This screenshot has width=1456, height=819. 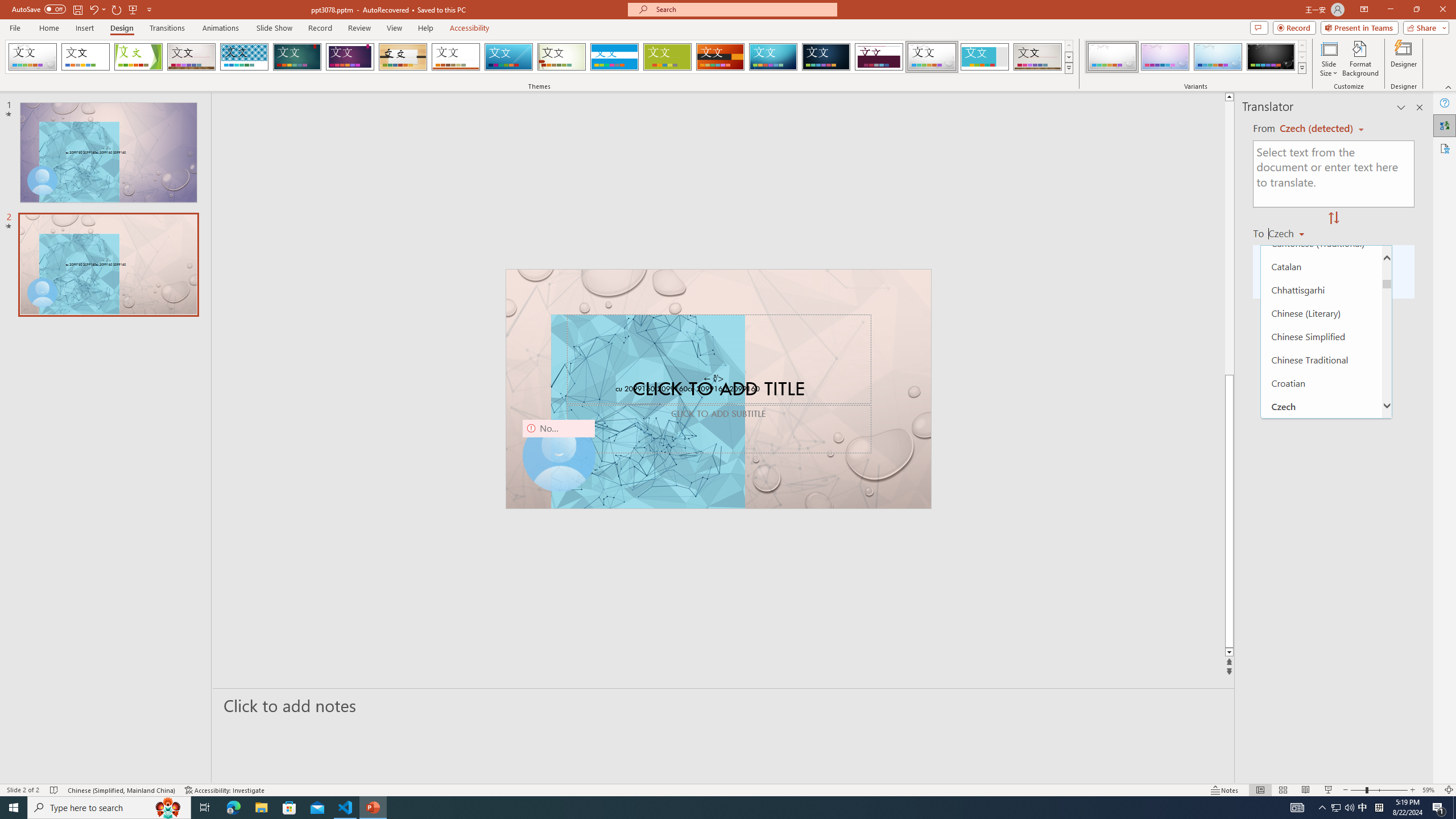 What do you see at coordinates (1111, 56) in the screenshot?
I see `'Droplet Variant 1'` at bounding box center [1111, 56].